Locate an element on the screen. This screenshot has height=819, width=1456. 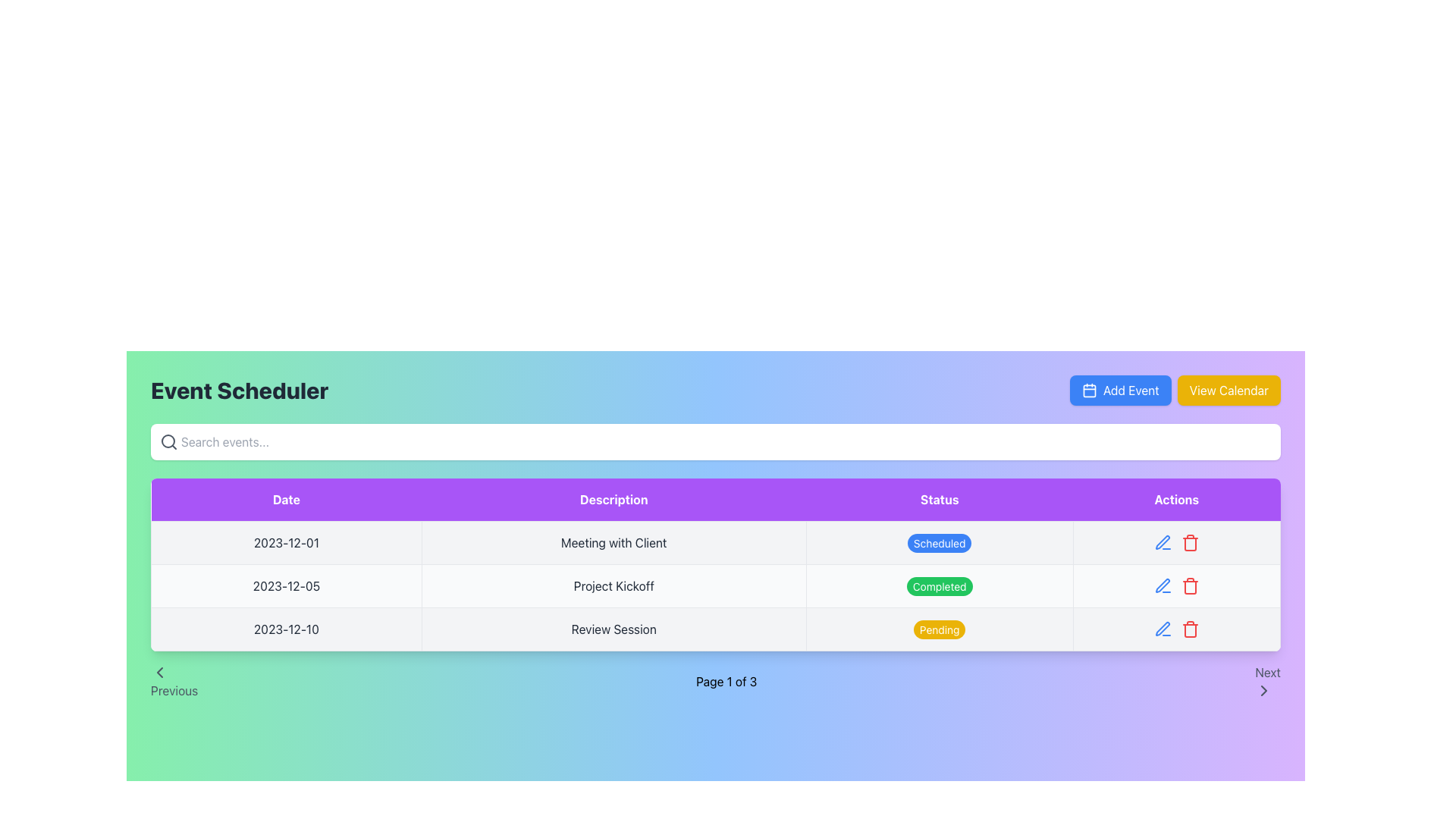
the 'Completed' status label in the 'Status' column of the table row for 'Project Kickoff' is located at coordinates (939, 585).